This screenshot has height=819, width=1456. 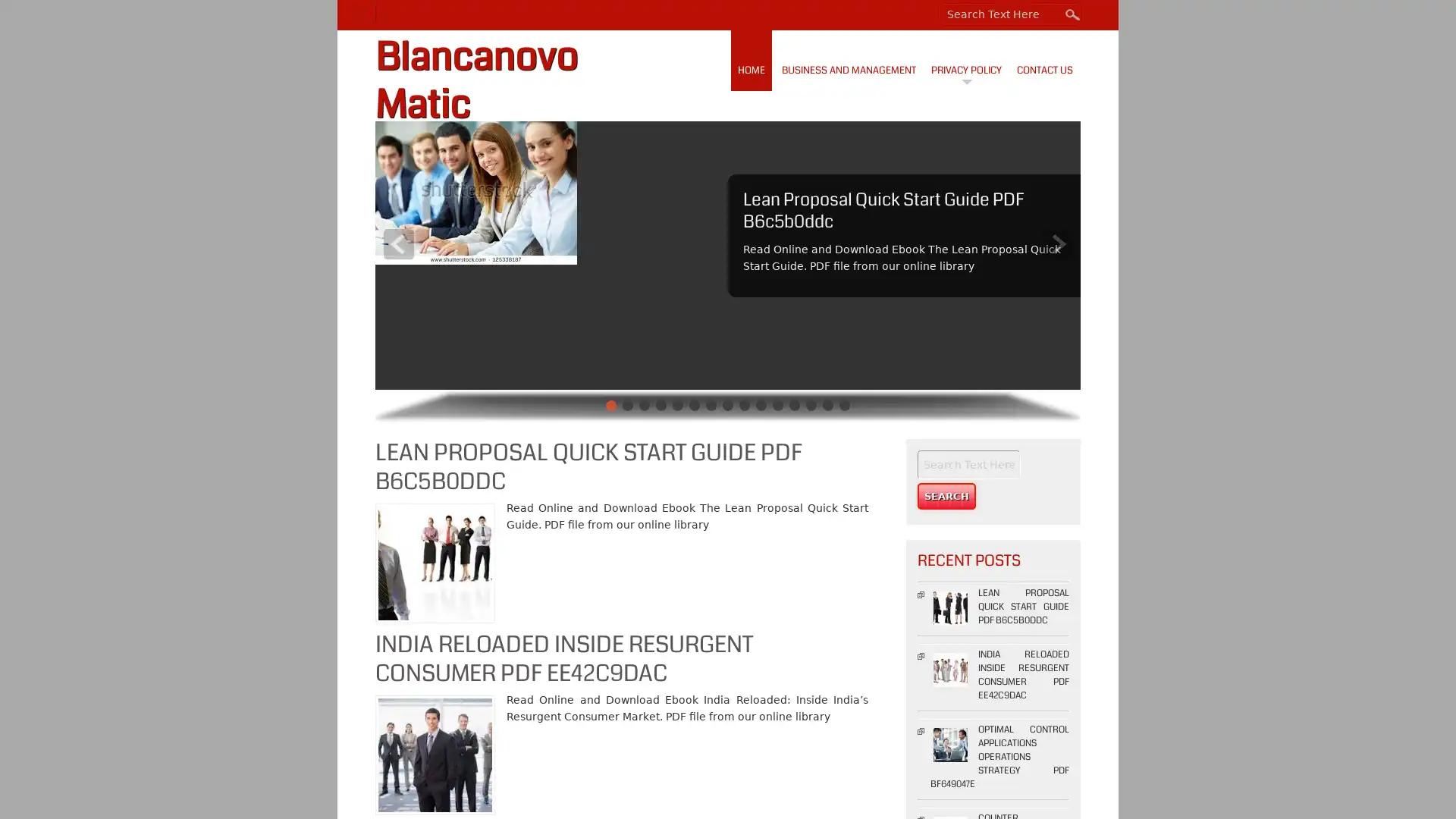 What do you see at coordinates (946, 496) in the screenshot?
I see `Search` at bounding box center [946, 496].